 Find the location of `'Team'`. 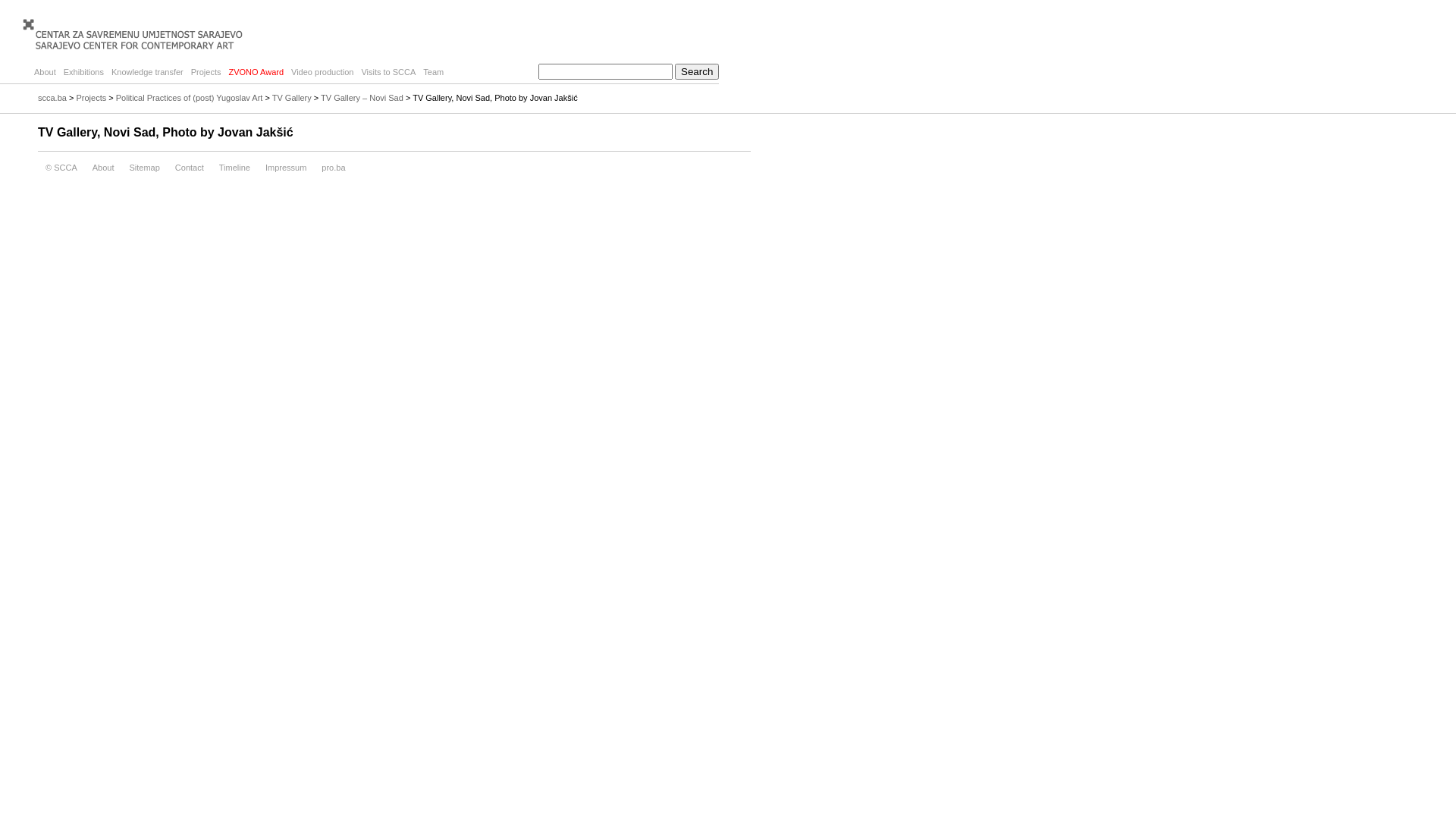

'Team' is located at coordinates (432, 72).